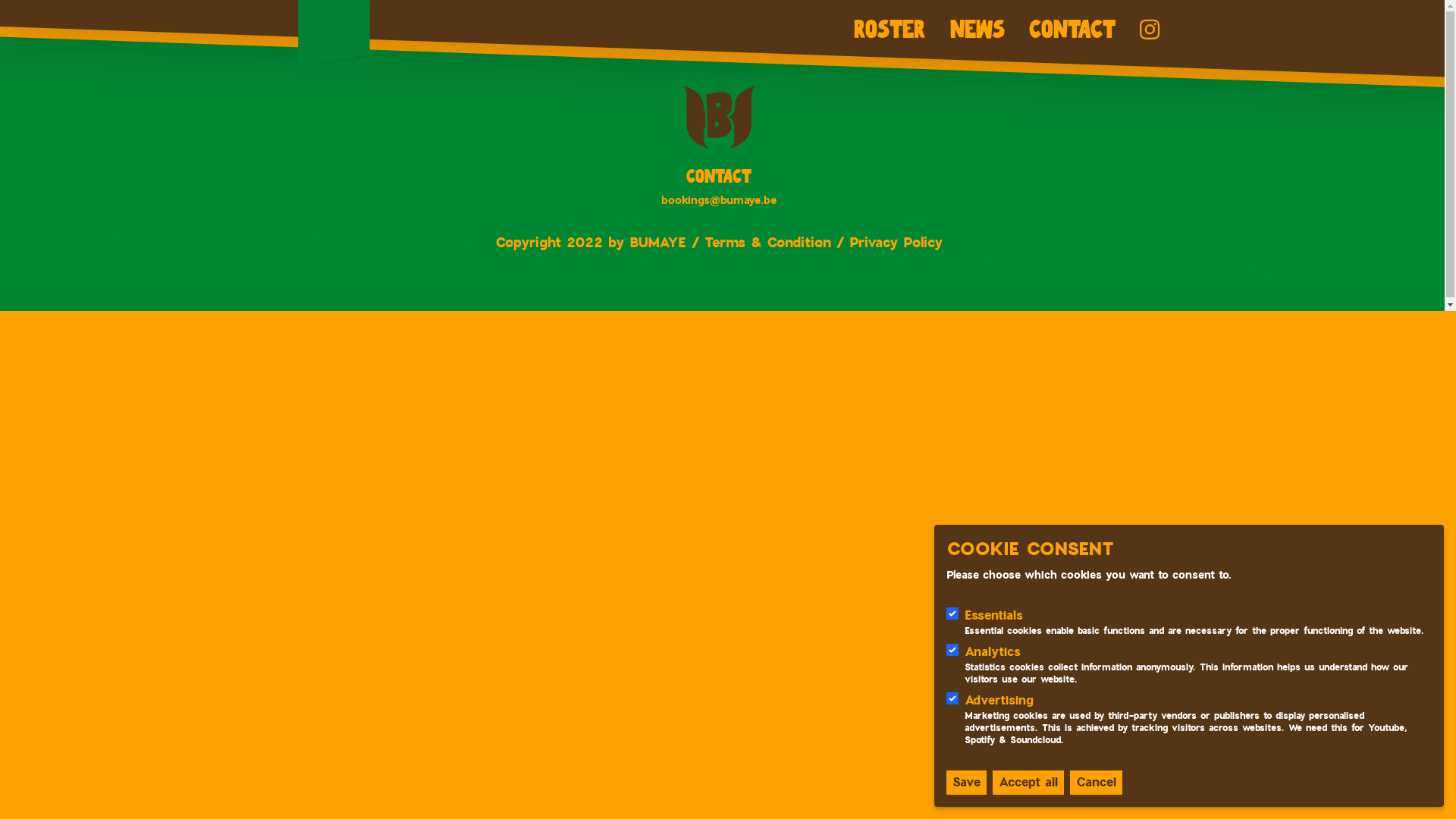 The width and height of the screenshot is (1456, 819). Describe the element at coordinates (1028, 783) in the screenshot. I see `'Accept all'` at that location.